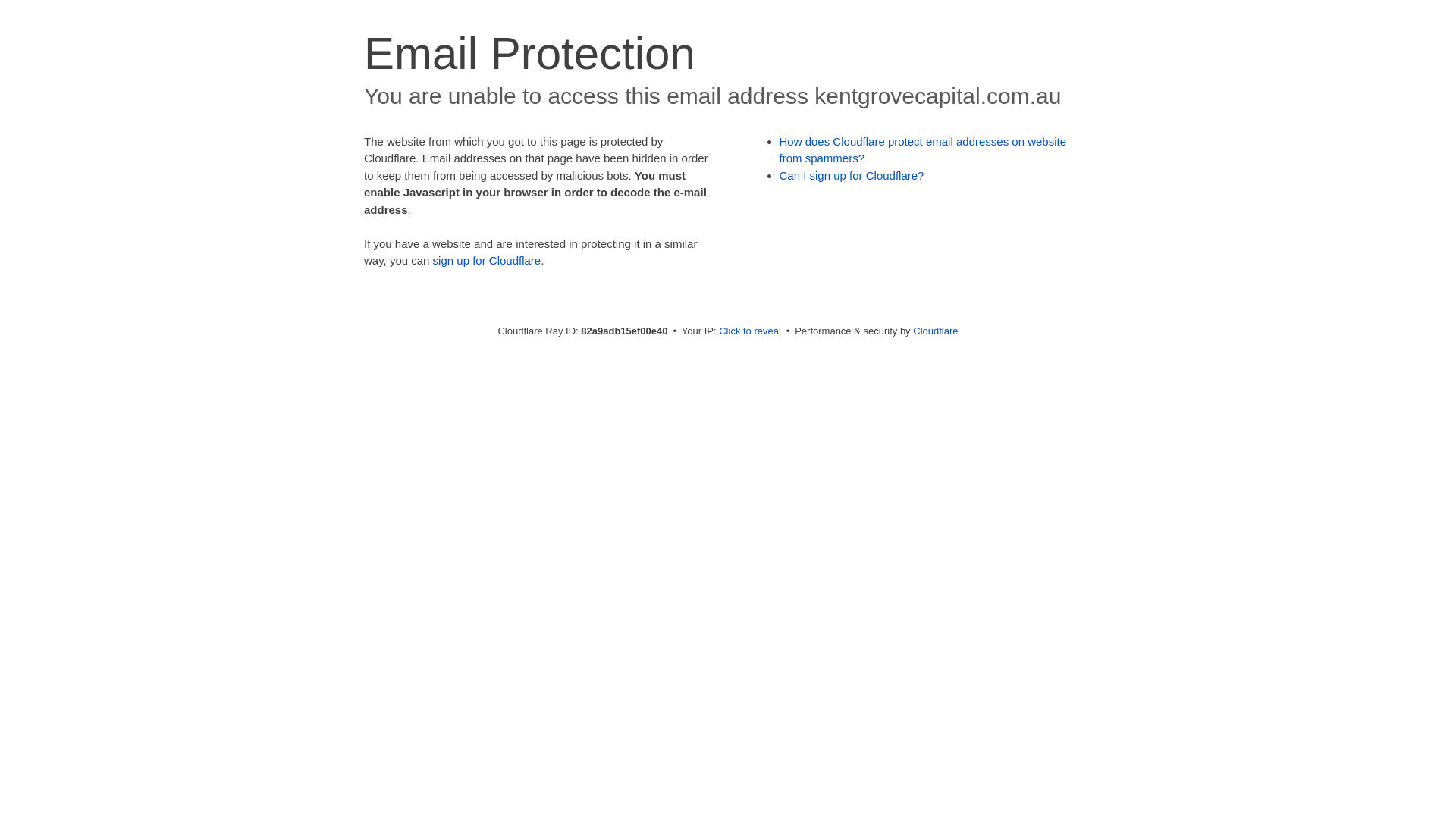 This screenshot has height=819, width=1456. I want to click on 'Can I sign up for Cloudflare?', so click(852, 174).